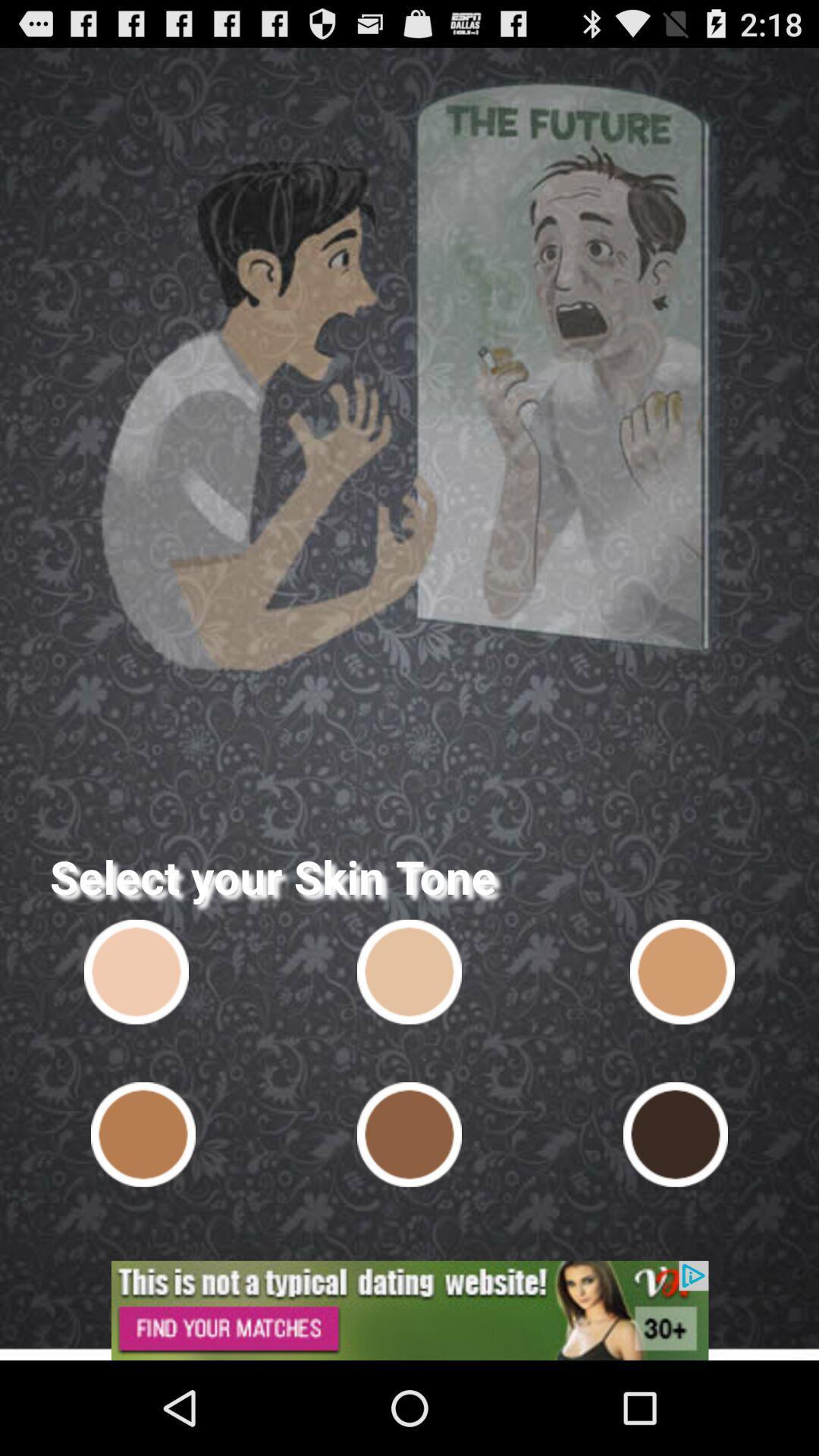 The width and height of the screenshot is (819, 1456). What do you see at coordinates (409, 1134) in the screenshot?
I see `color option` at bounding box center [409, 1134].